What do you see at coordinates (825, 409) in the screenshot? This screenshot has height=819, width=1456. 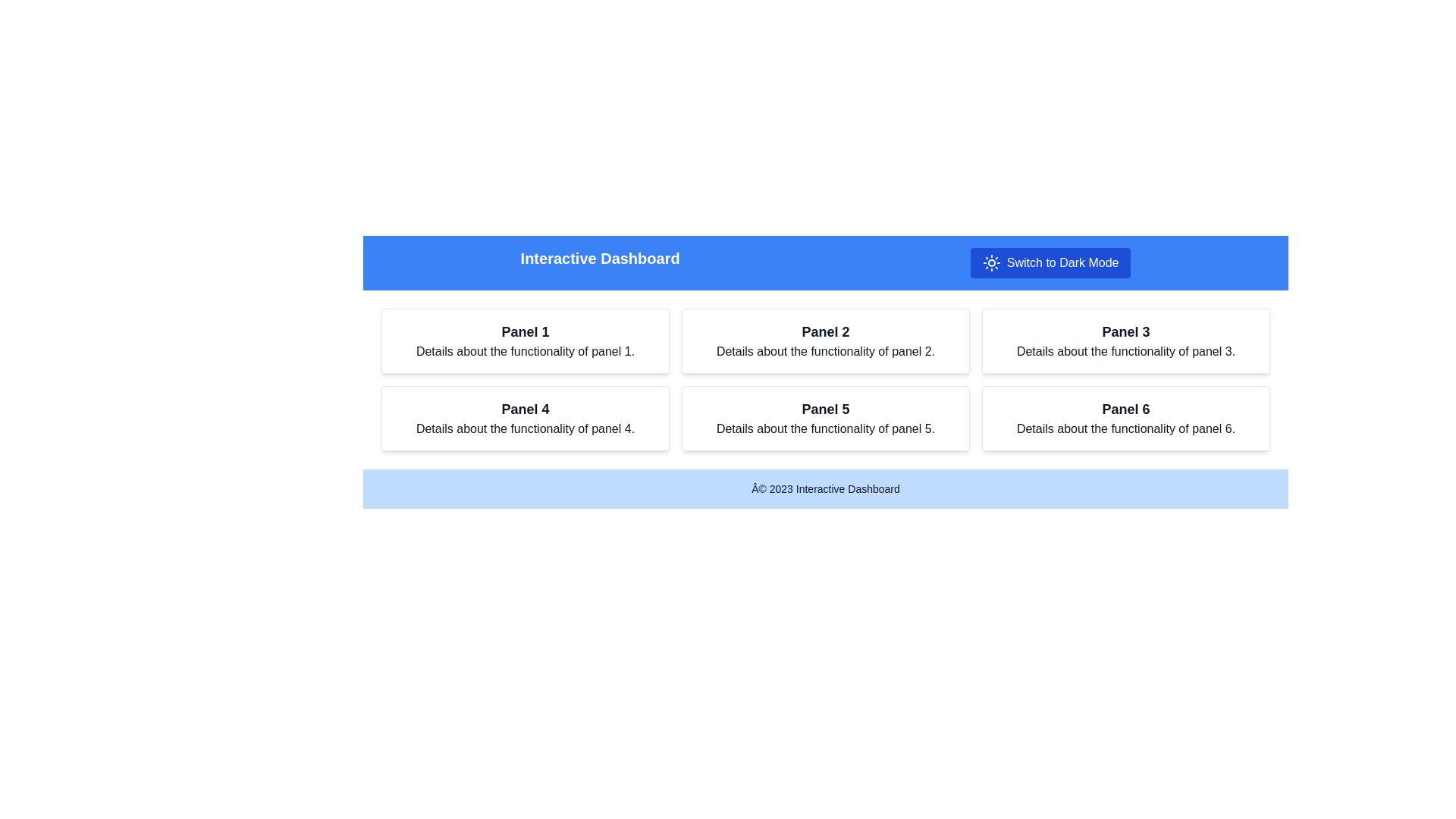 I see `the text label that serves as the title of the panel, located in the fifth card of a grid, specifically in the second row and second column` at bounding box center [825, 409].